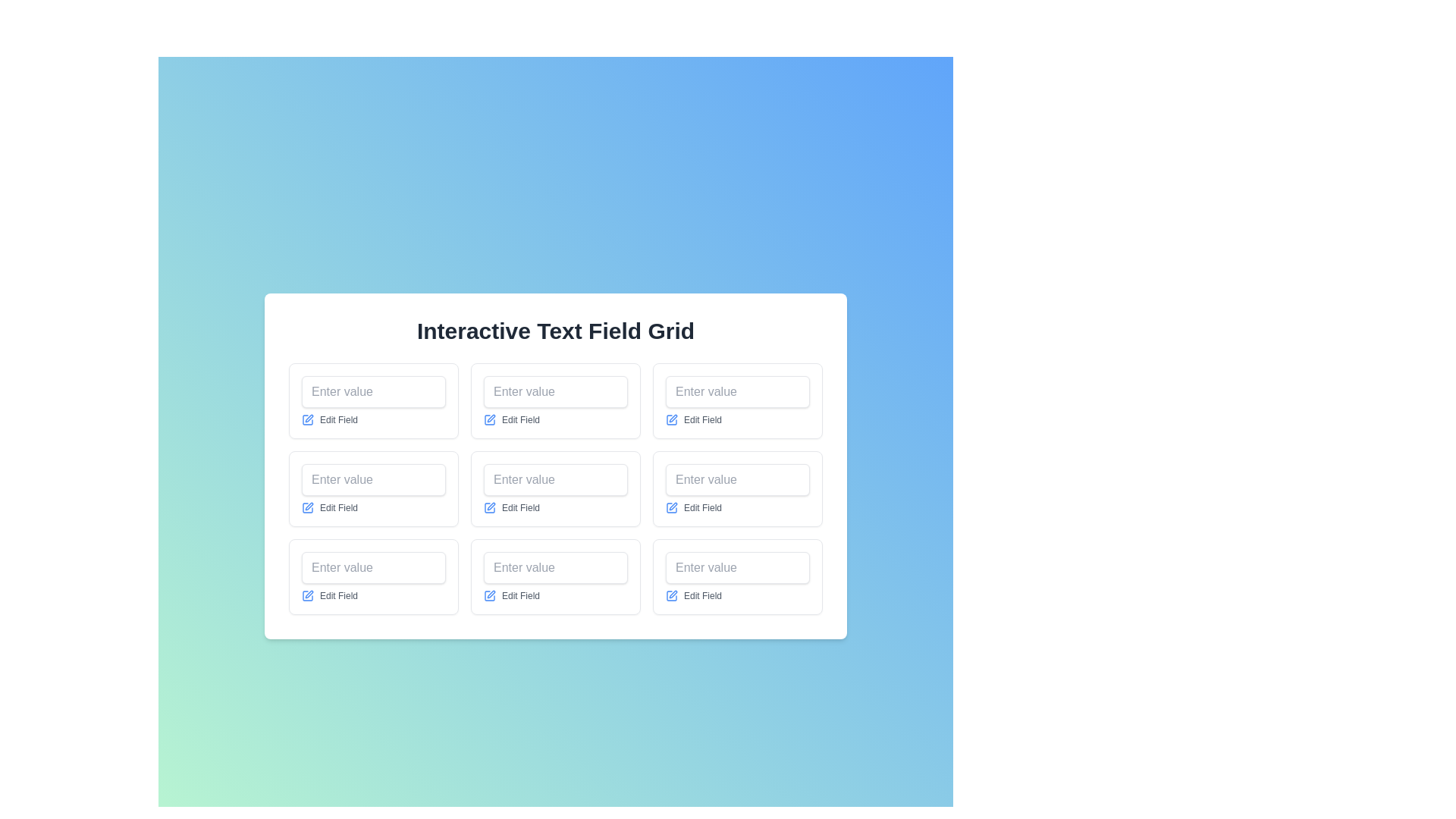 This screenshot has width=1456, height=819. I want to click on the edit icon located in the top-left corner of the grid's cell beside the 'Edit Field' input, so click(309, 418).